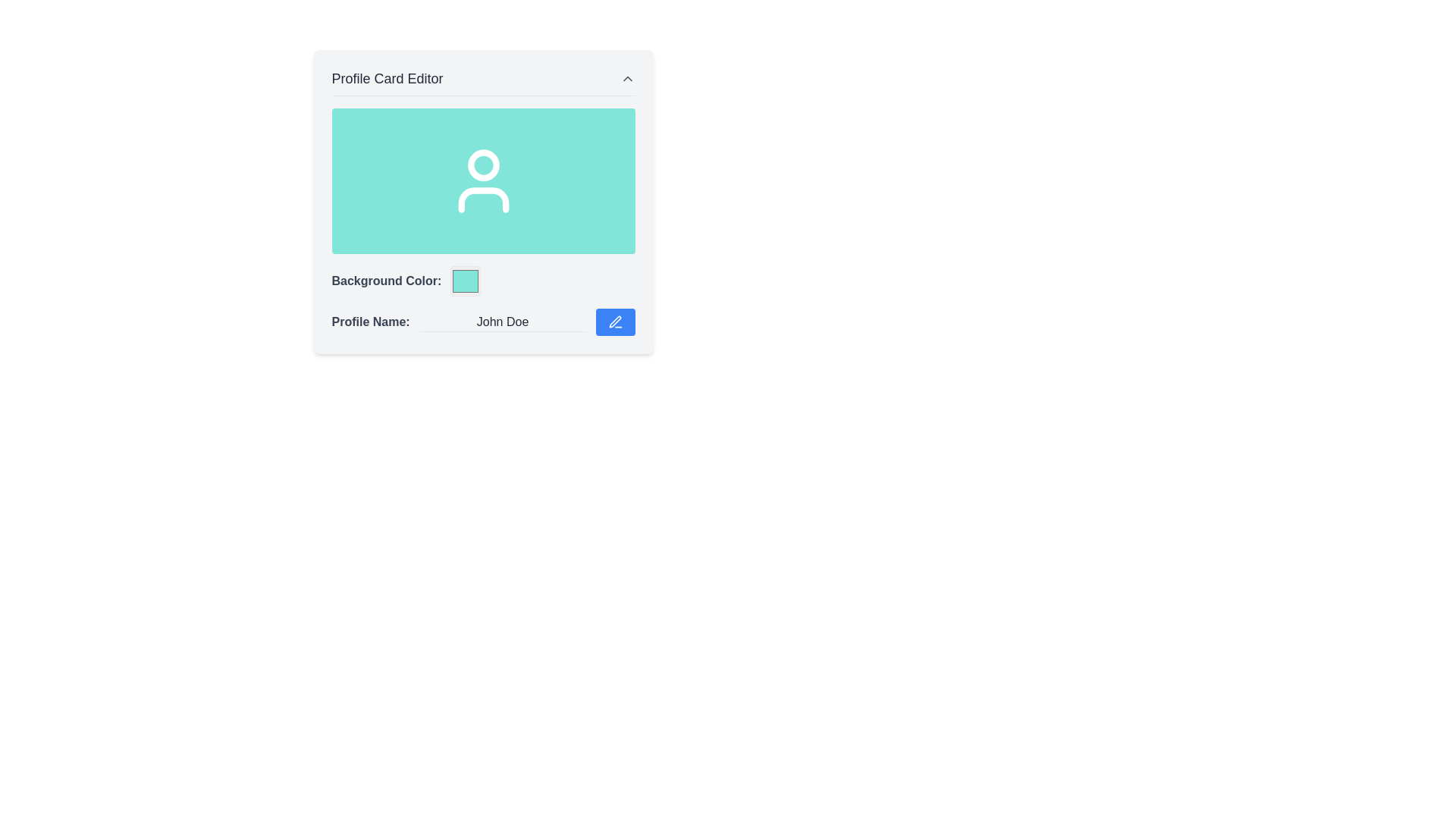 This screenshot has width=1456, height=819. What do you see at coordinates (465, 281) in the screenshot?
I see `the color picker with a teal background located next` at bounding box center [465, 281].